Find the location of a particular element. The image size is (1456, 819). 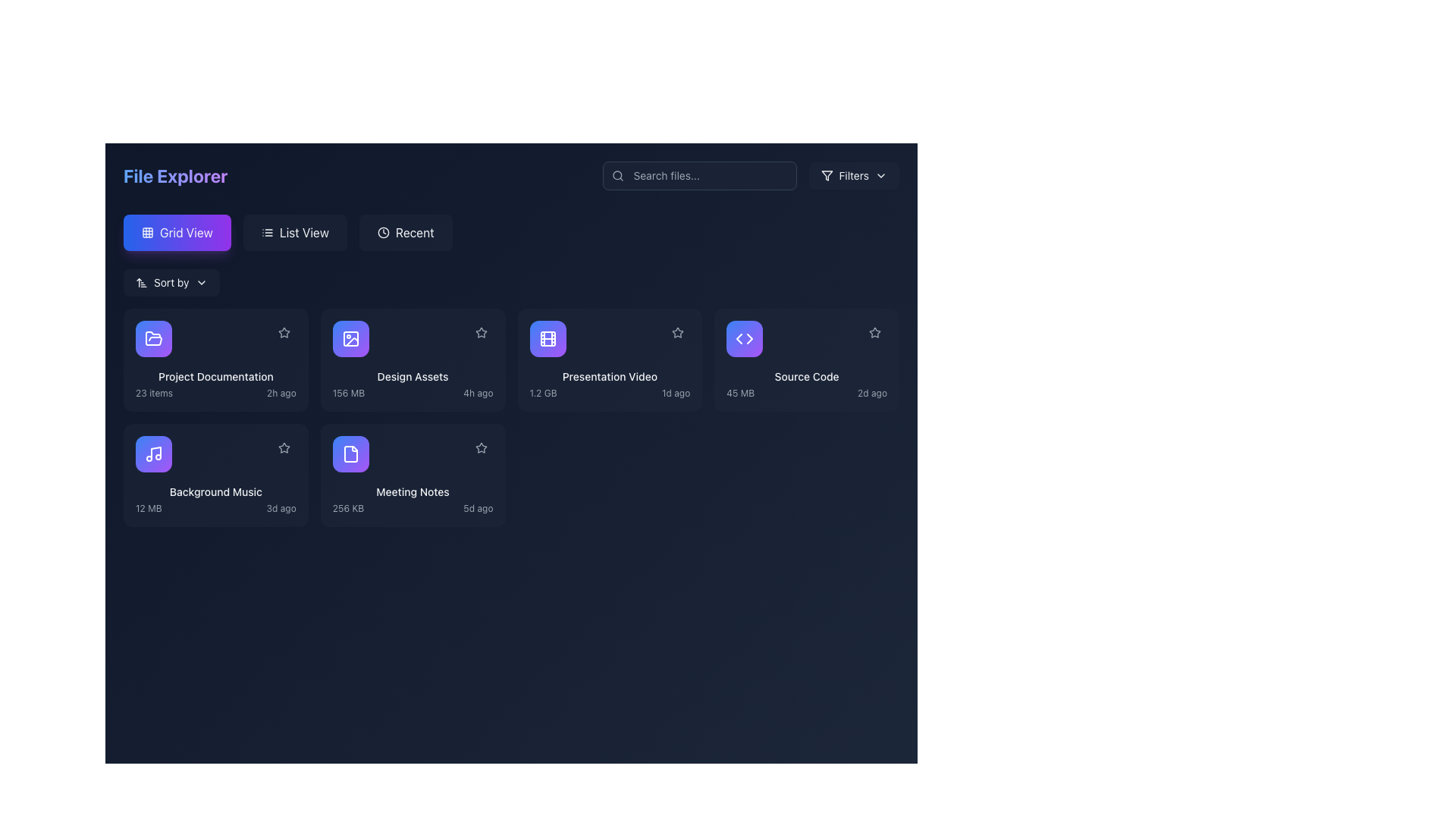

the star icon button styled as a favorite marker located in the top-right corner of the 'Presentation Video' card is located at coordinates (677, 332).